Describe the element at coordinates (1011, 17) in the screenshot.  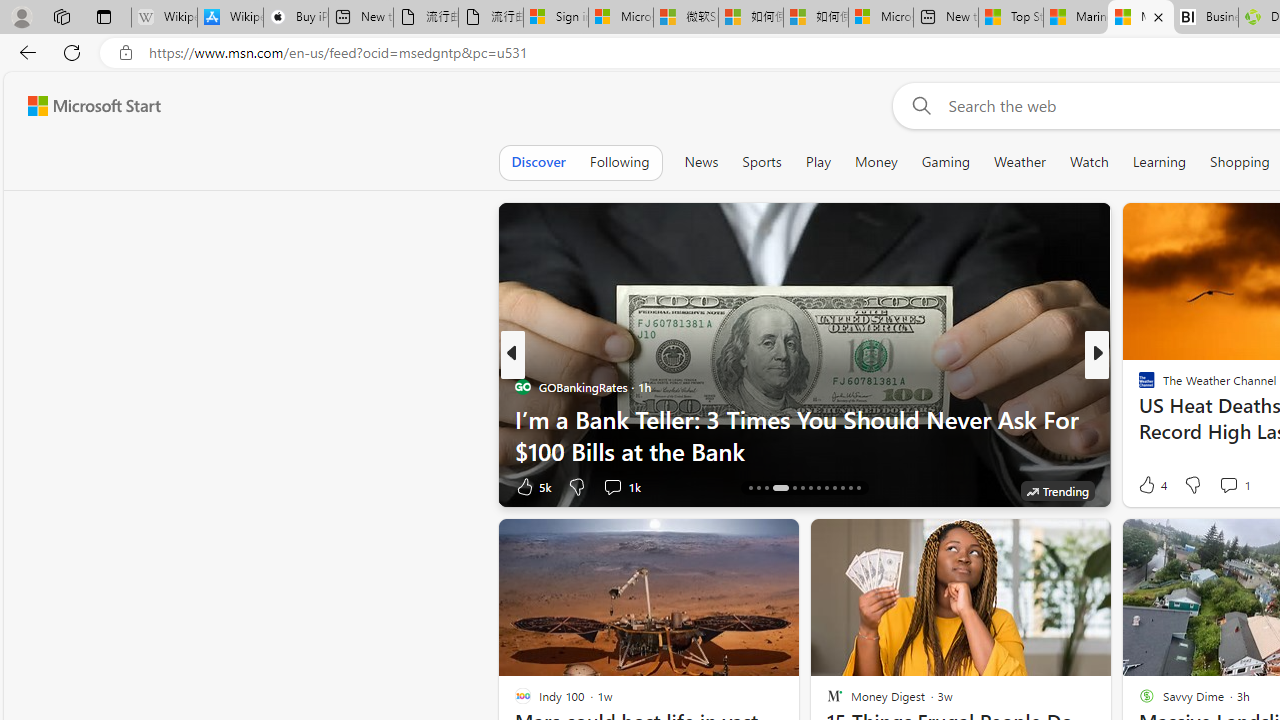
I see `'Top Stories - MSN'` at that location.